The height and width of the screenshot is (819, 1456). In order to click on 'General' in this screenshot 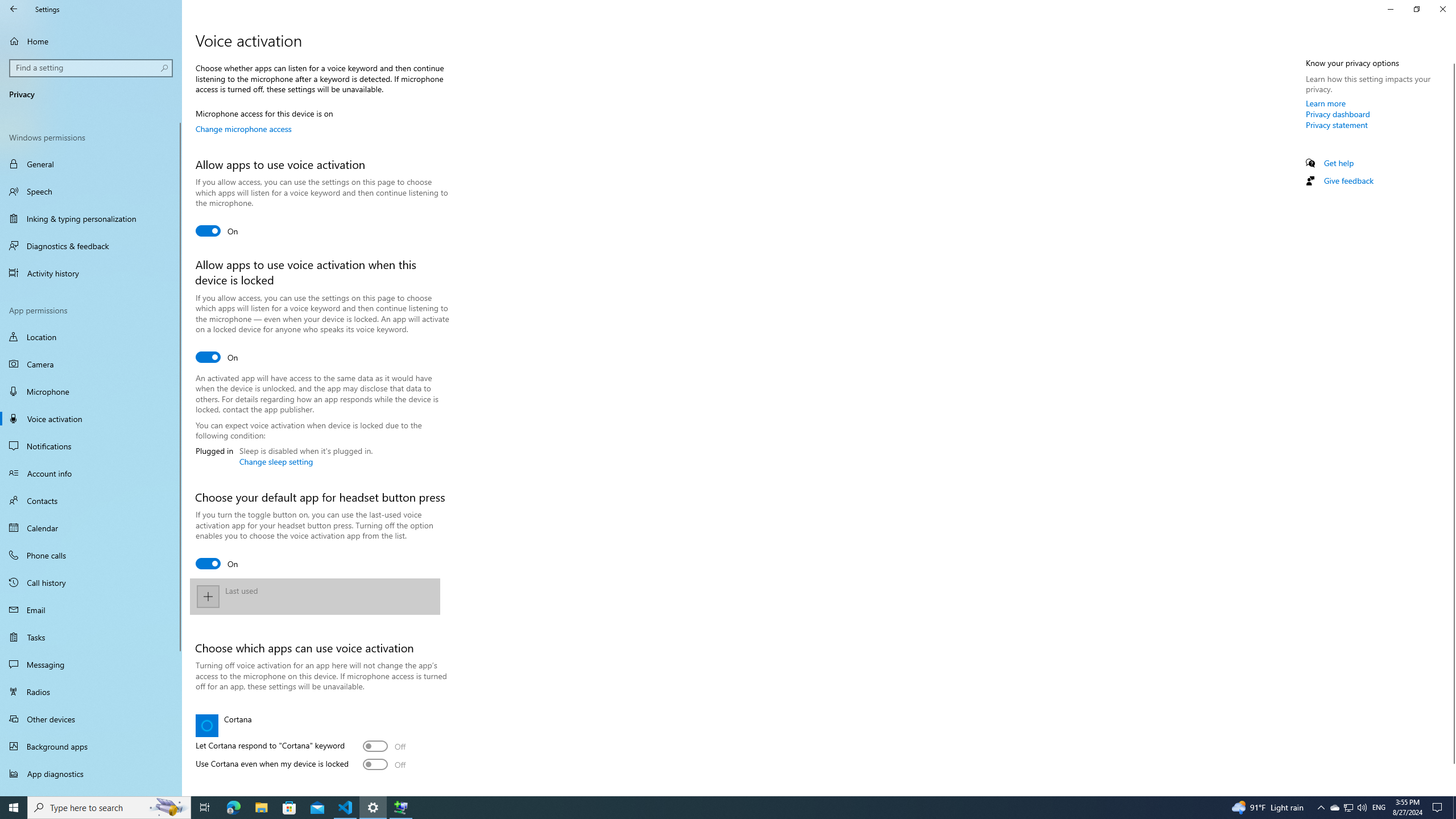, I will do `click(90, 163)`.